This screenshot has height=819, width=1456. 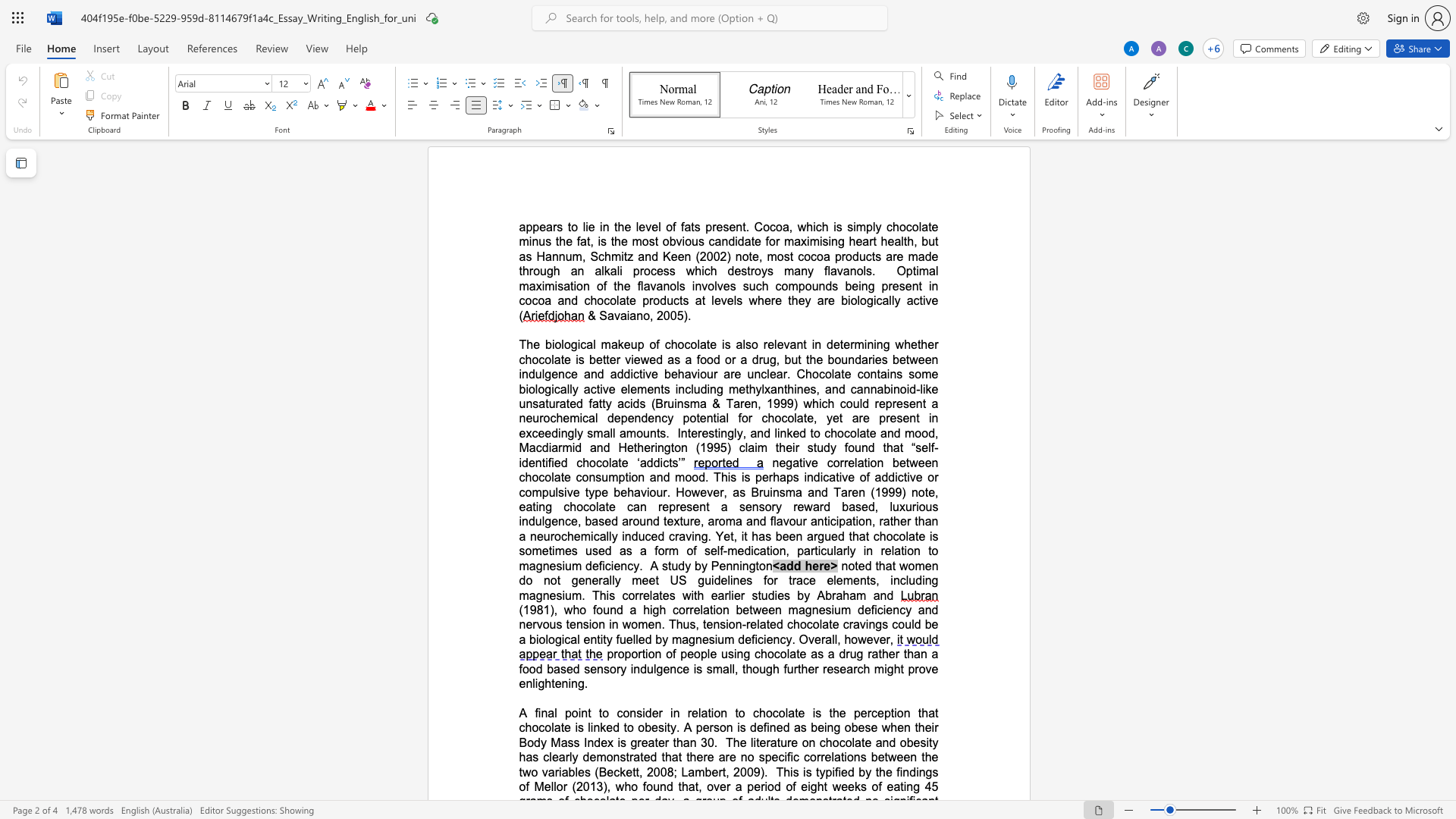 What do you see at coordinates (905, 462) in the screenshot?
I see `the space between the continuous character "e" and "t" in the text` at bounding box center [905, 462].